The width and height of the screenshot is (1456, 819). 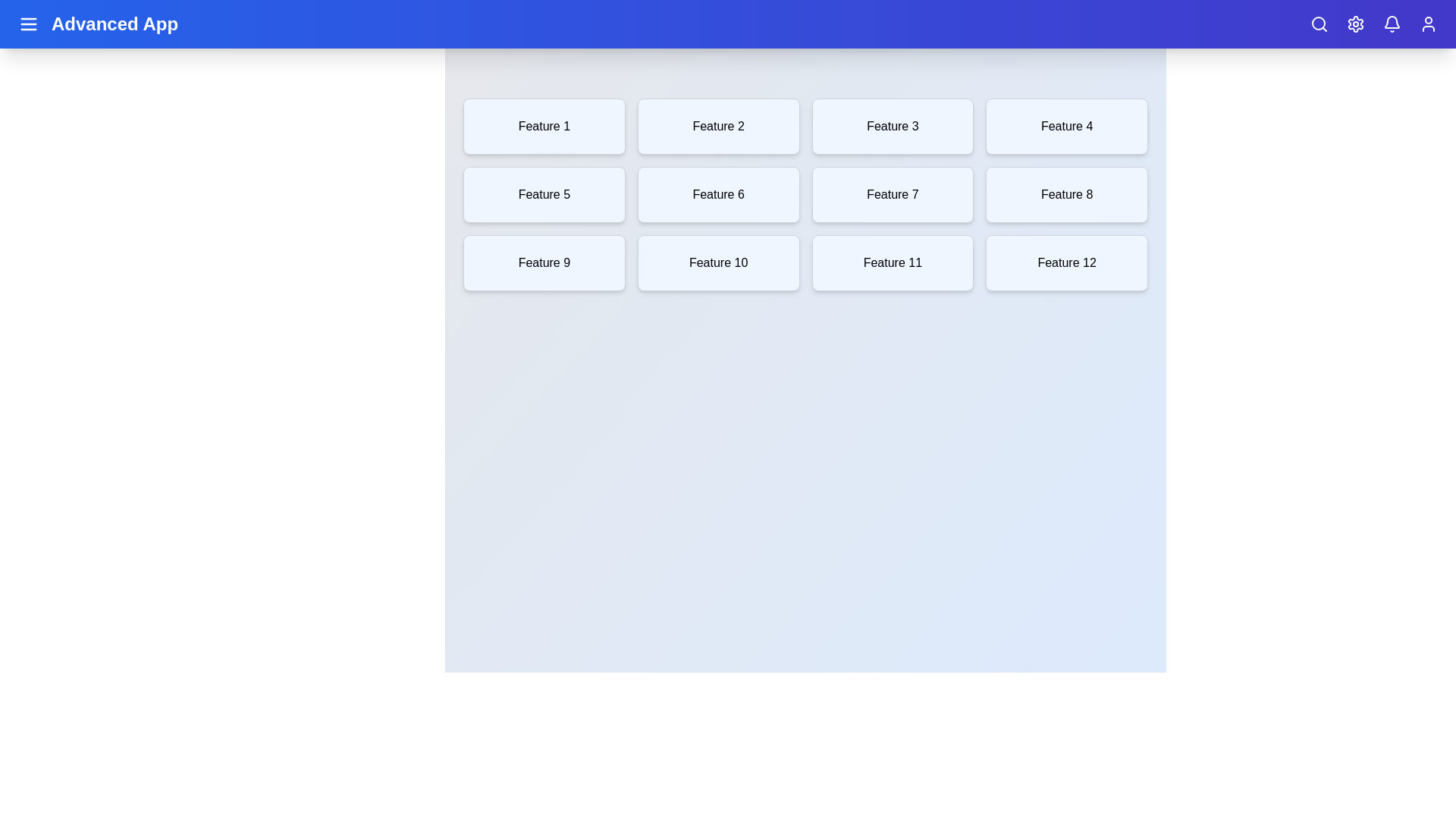 What do you see at coordinates (1318, 24) in the screenshot?
I see `the search icon to activate its functionality` at bounding box center [1318, 24].